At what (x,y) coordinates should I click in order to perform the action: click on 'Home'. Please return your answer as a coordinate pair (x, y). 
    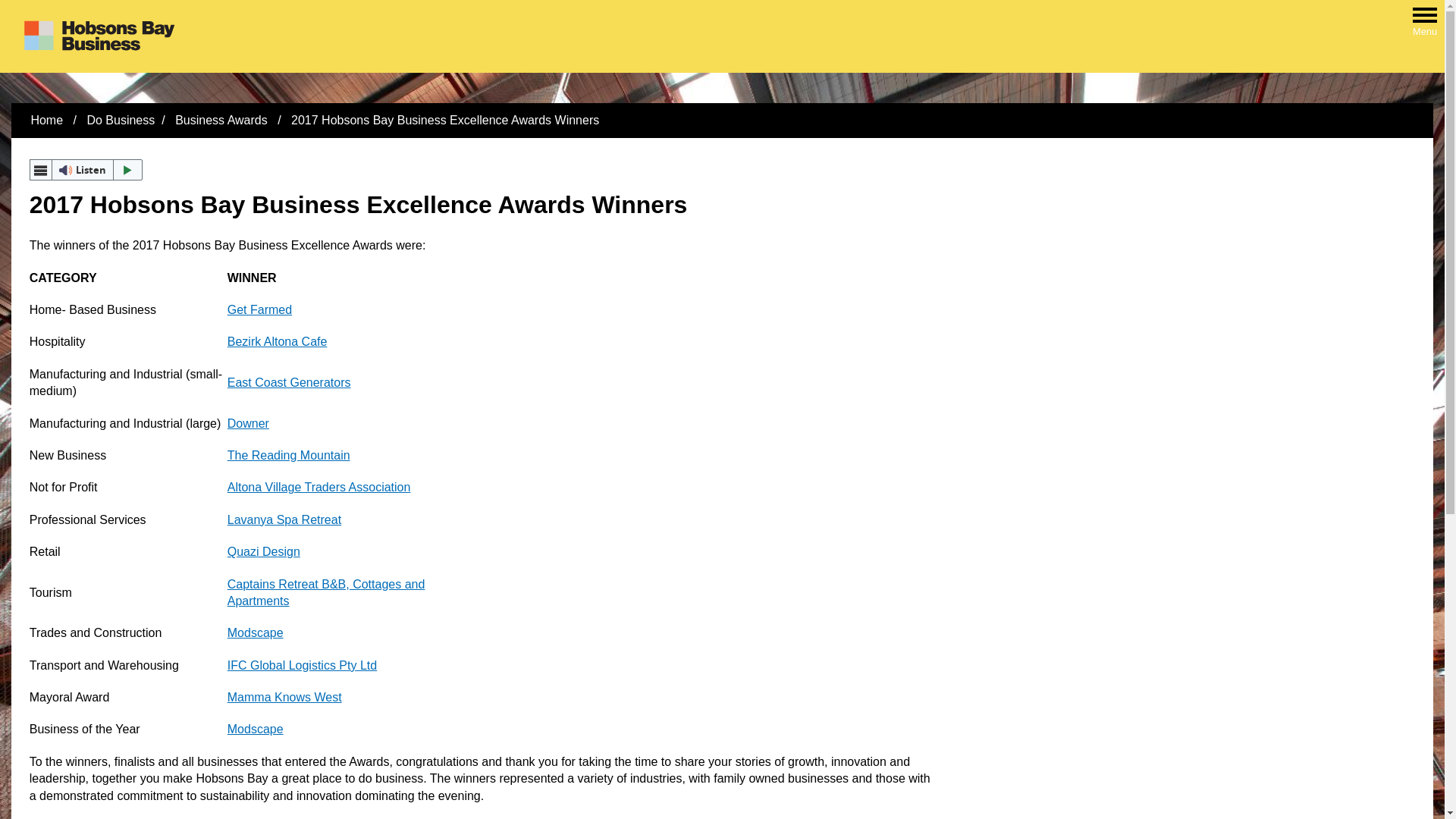
    Looking at the image, I should click on (30, 119).